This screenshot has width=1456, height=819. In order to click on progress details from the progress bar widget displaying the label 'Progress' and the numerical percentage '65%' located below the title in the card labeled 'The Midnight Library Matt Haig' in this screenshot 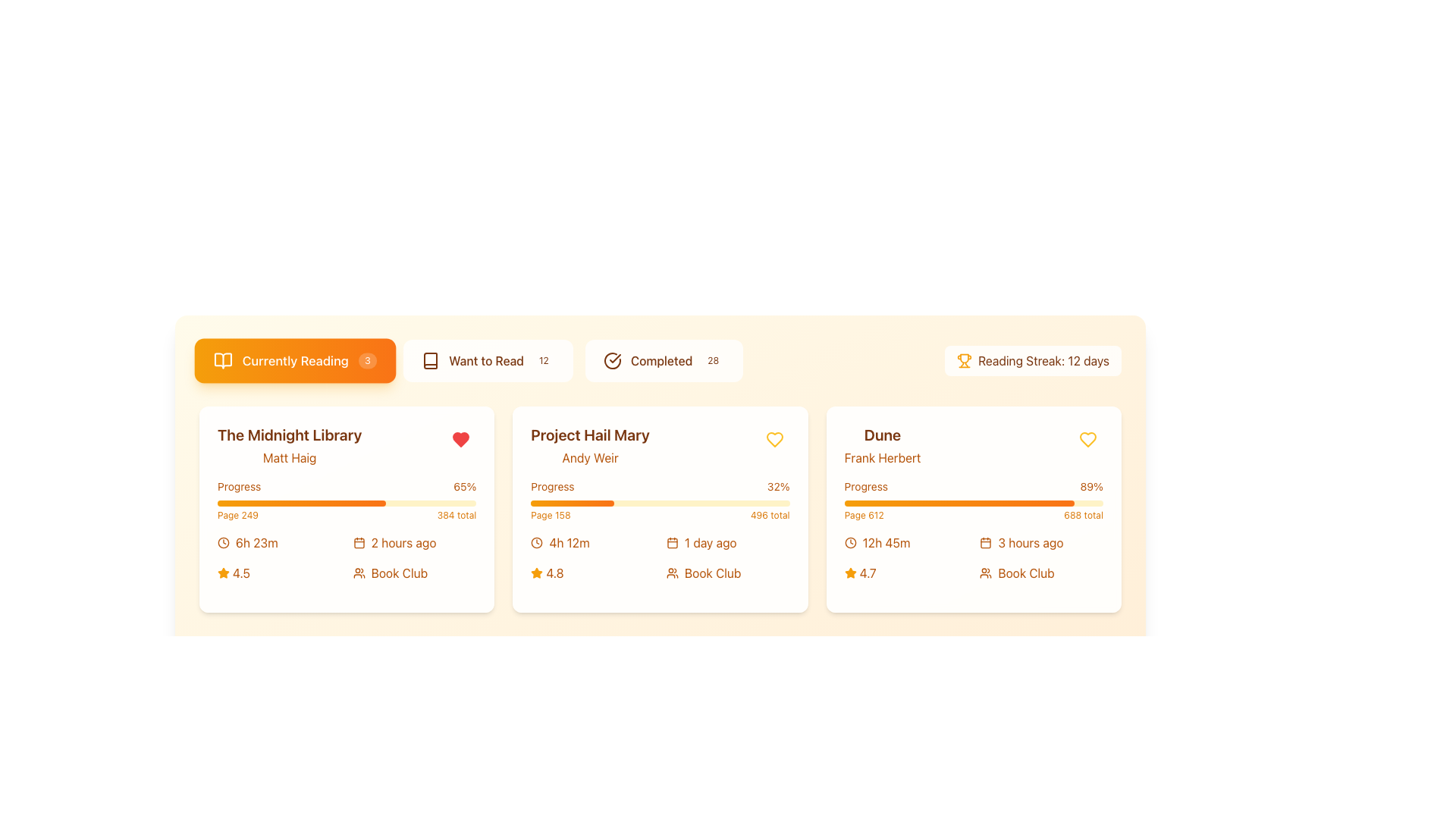, I will do `click(346, 500)`.